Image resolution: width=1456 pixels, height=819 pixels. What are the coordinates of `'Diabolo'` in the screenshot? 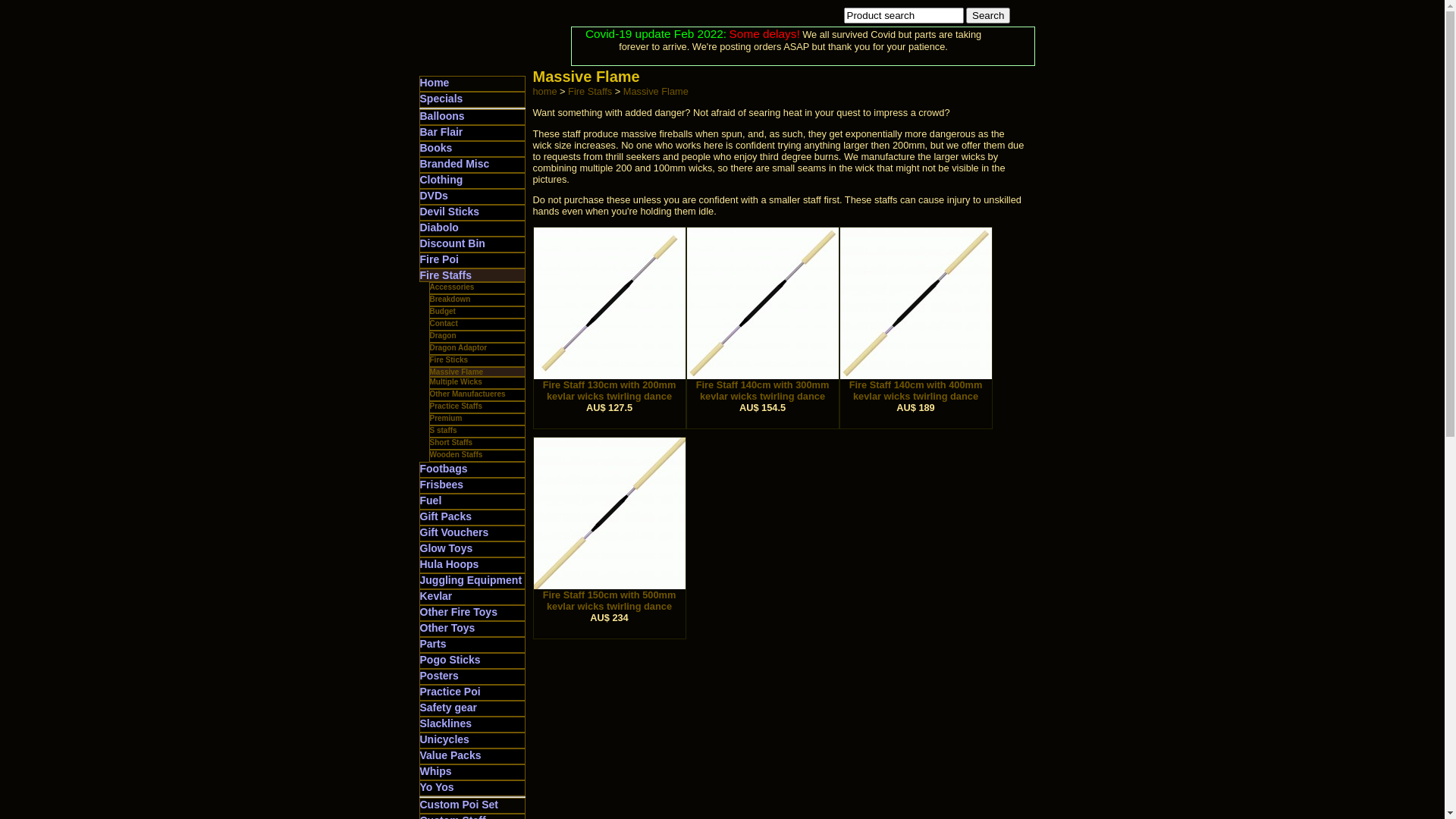 It's located at (438, 227).